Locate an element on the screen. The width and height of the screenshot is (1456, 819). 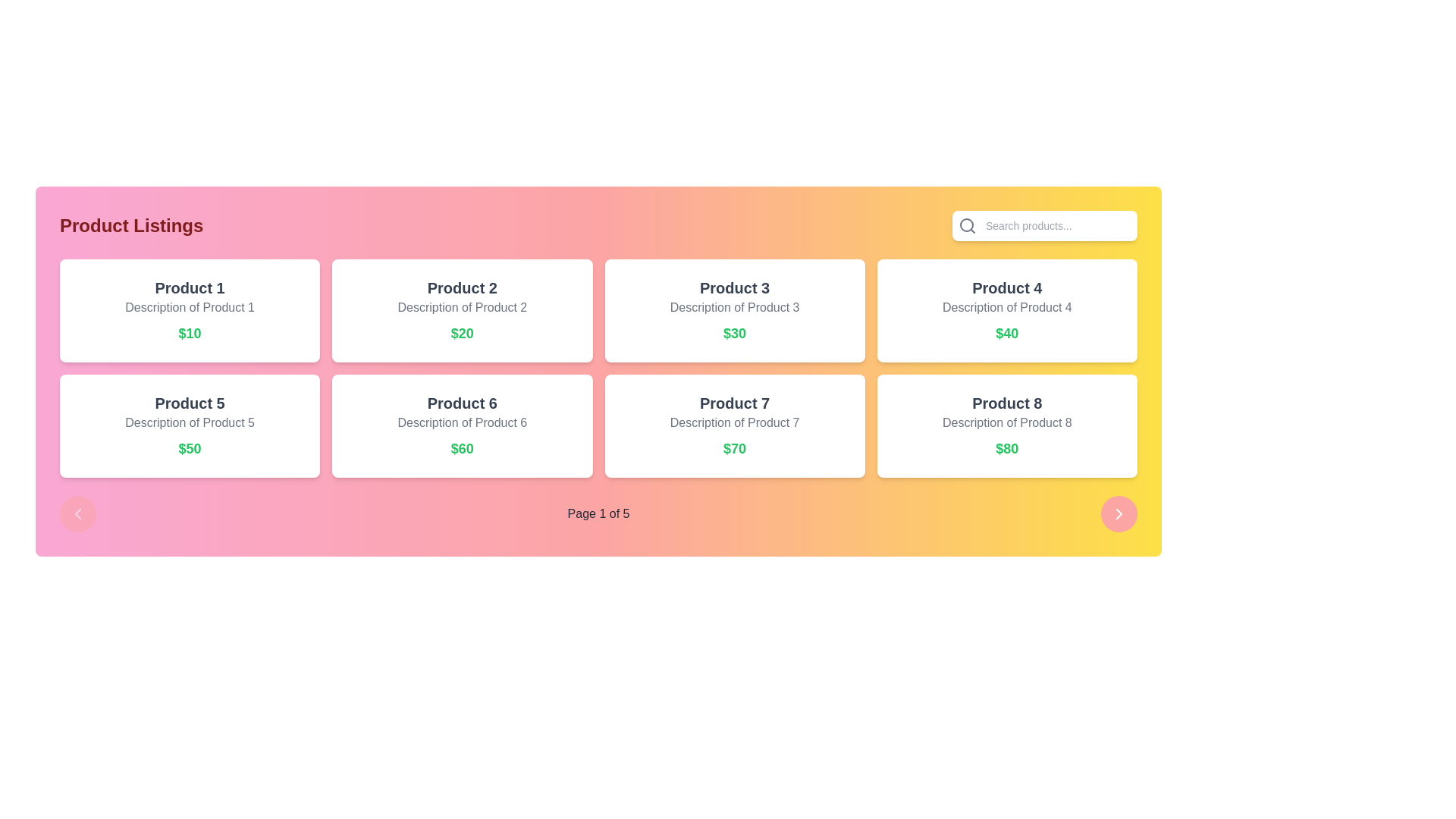
the static text label displaying 'Description of Product 4', which is located within the fourth product card, below the title 'Product 4' and above the price '$40' is located at coordinates (1007, 307).